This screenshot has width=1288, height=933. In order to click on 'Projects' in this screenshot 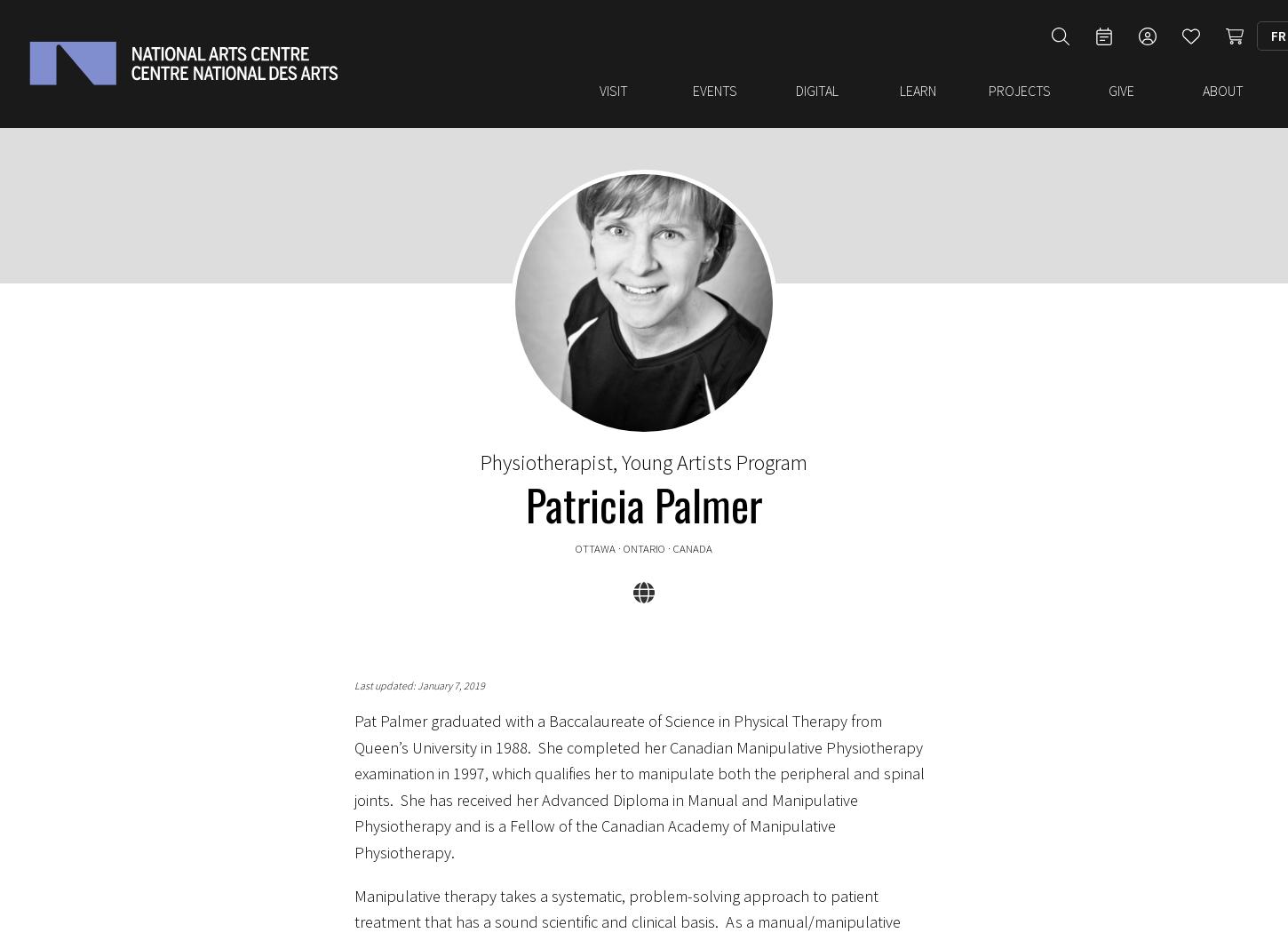, I will do `click(1018, 81)`.